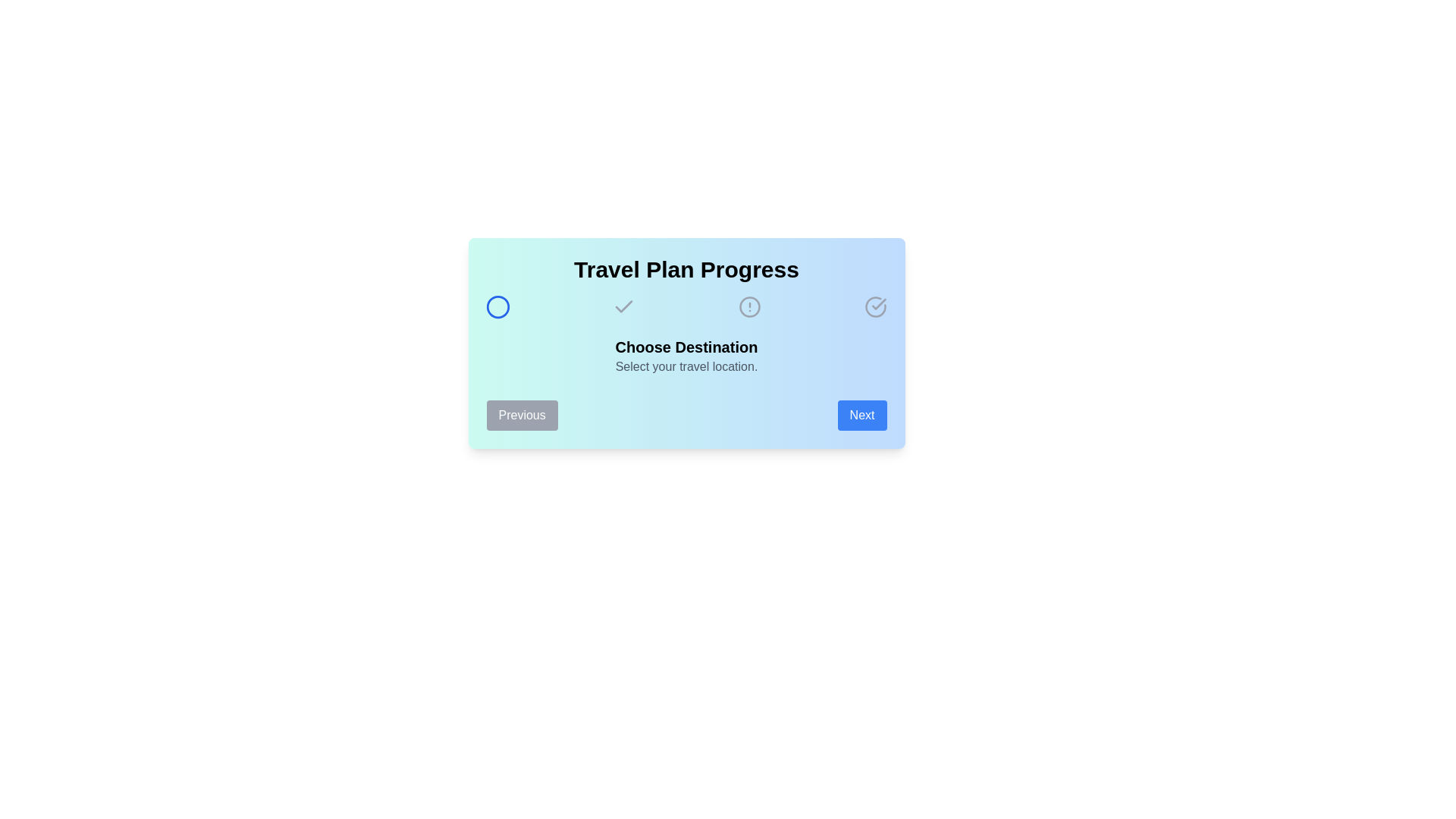 Image resolution: width=1456 pixels, height=819 pixels. What do you see at coordinates (862, 415) in the screenshot?
I see `the 'Next' button to proceed to the next step` at bounding box center [862, 415].